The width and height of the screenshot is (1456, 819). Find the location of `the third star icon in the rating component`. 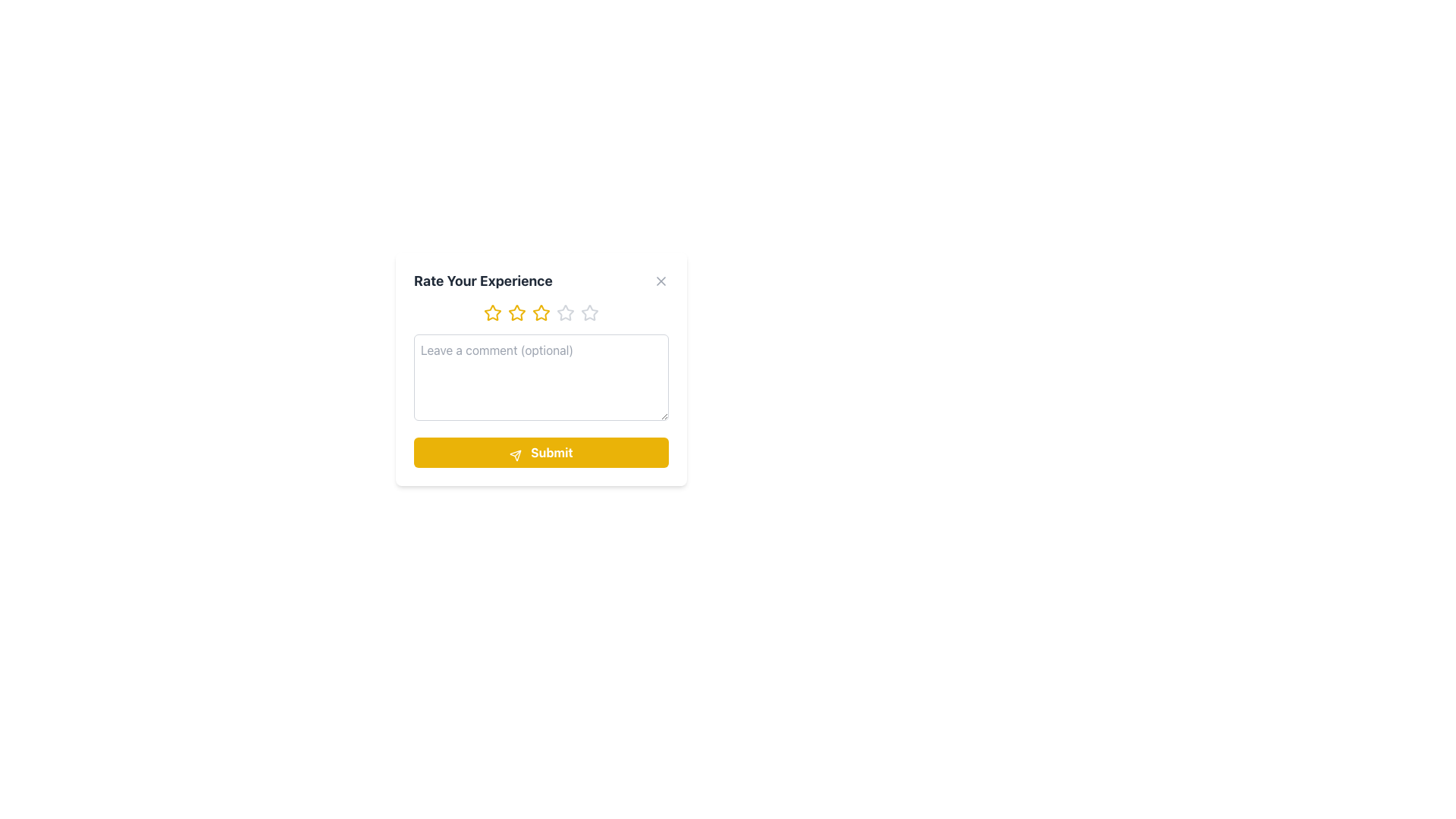

the third star icon in the rating component is located at coordinates (541, 312).